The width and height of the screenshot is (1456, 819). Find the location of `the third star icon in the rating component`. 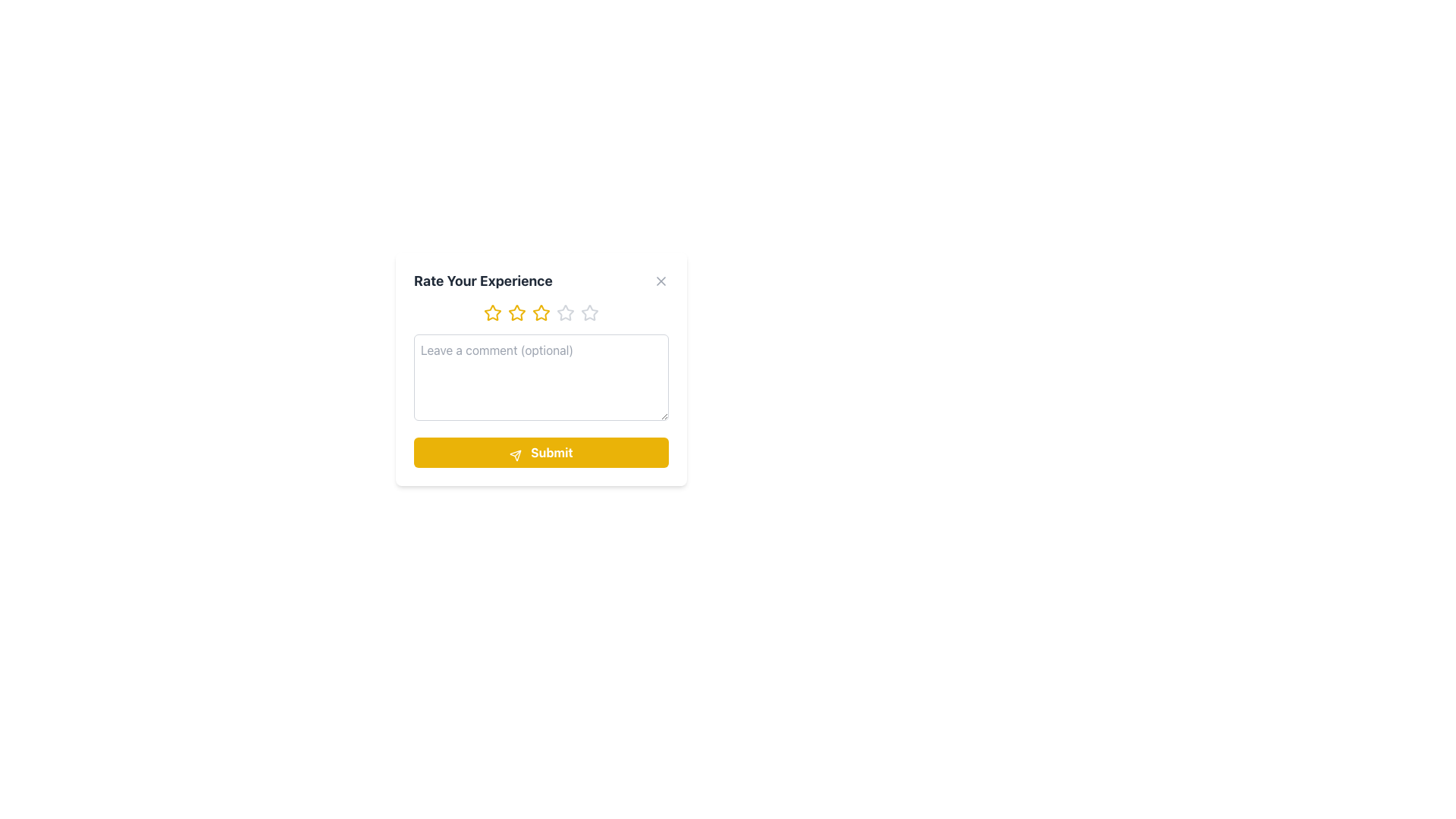

the third star icon in the rating component is located at coordinates (541, 312).